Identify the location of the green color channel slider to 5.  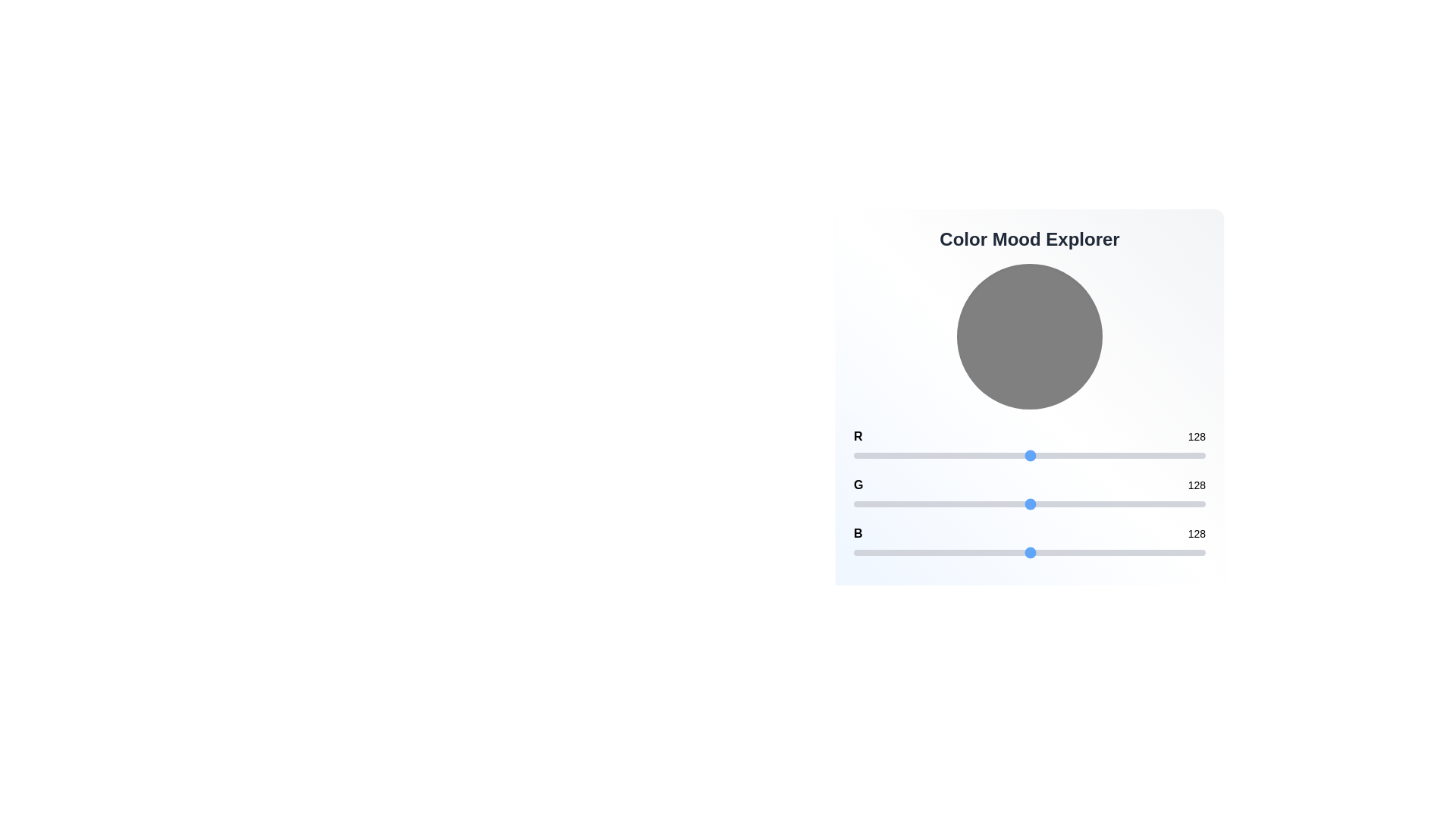
(861, 504).